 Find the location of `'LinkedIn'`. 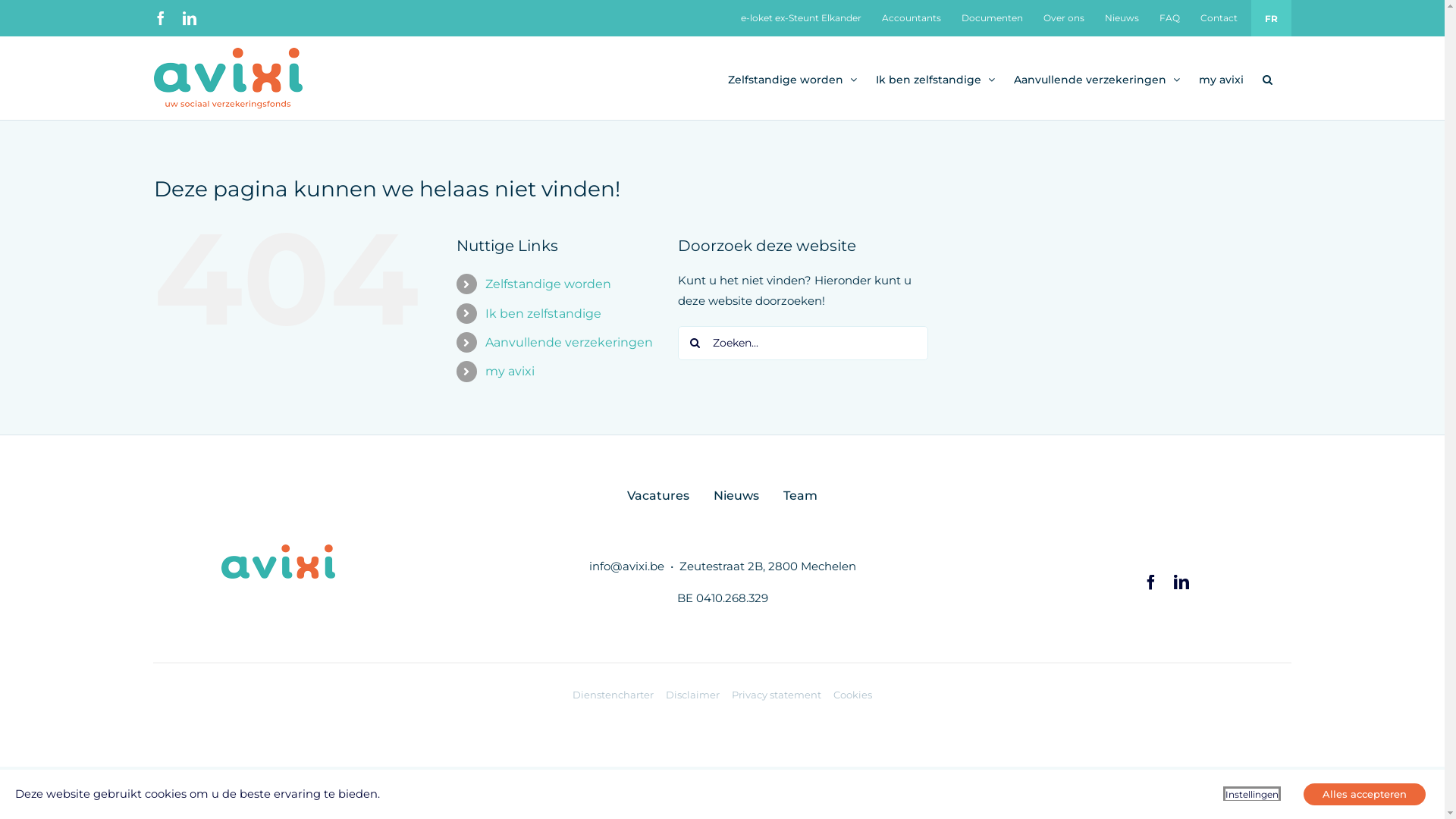

'LinkedIn' is located at coordinates (1173, 581).